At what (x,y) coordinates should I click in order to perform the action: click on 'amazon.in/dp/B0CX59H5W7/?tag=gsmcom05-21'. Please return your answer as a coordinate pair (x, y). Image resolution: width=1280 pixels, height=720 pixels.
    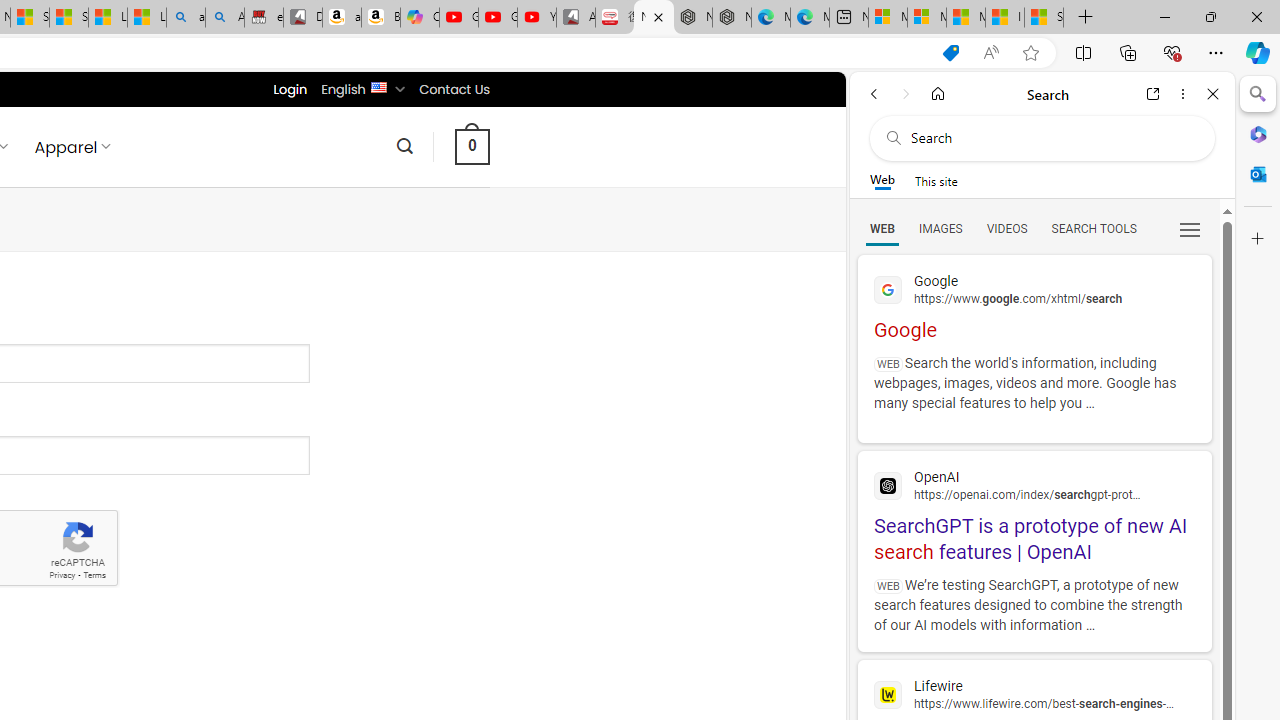
    Looking at the image, I should click on (341, 17).